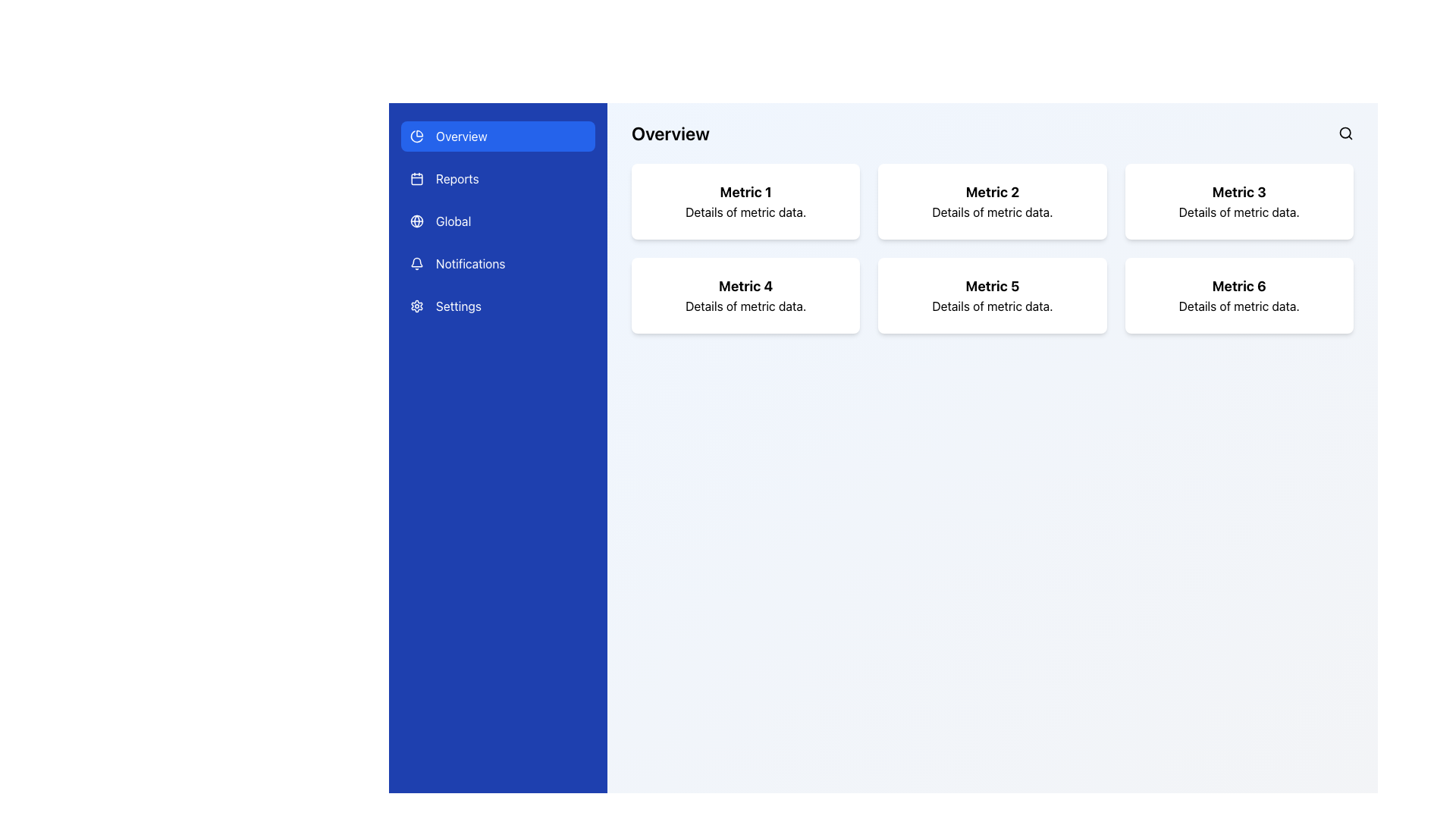  What do you see at coordinates (745, 212) in the screenshot?
I see `text label displaying 'Details of metric data.' located below the heading 'Metric 1' in the card layout` at bounding box center [745, 212].